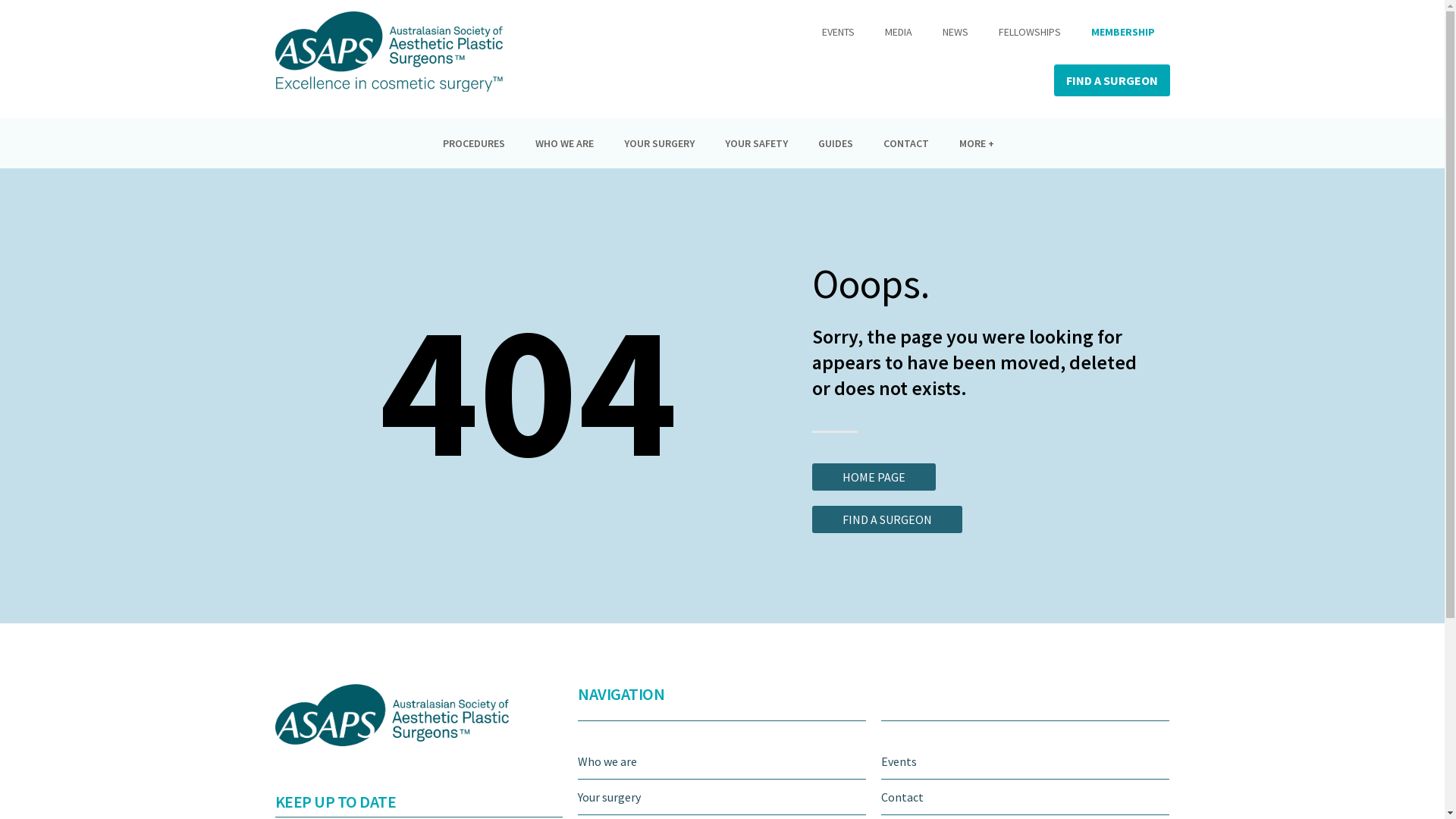 This screenshot has width=1456, height=819. What do you see at coordinates (906, 143) in the screenshot?
I see `'CONTACT'` at bounding box center [906, 143].